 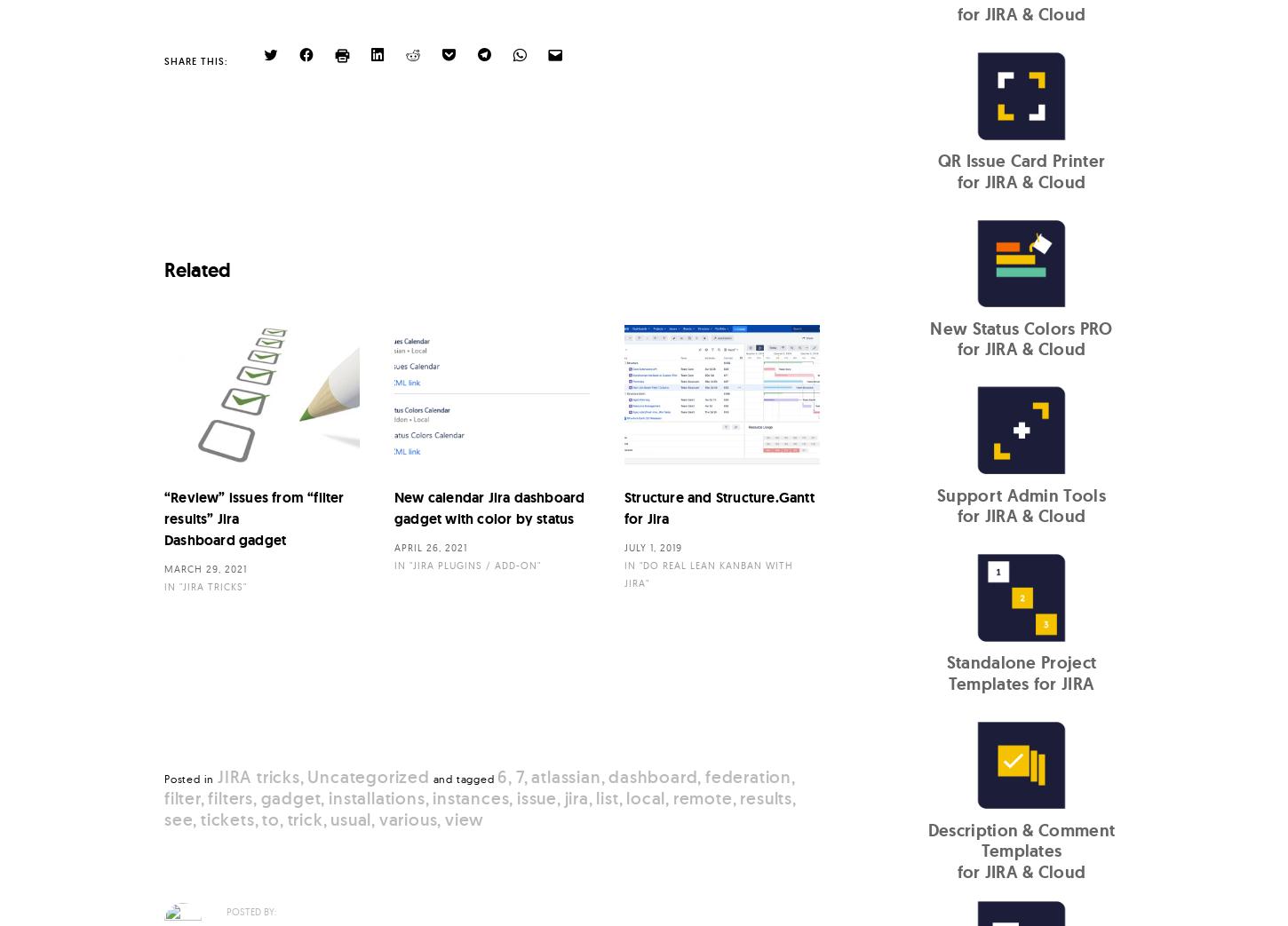 I want to click on 'trick', so click(x=305, y=818).